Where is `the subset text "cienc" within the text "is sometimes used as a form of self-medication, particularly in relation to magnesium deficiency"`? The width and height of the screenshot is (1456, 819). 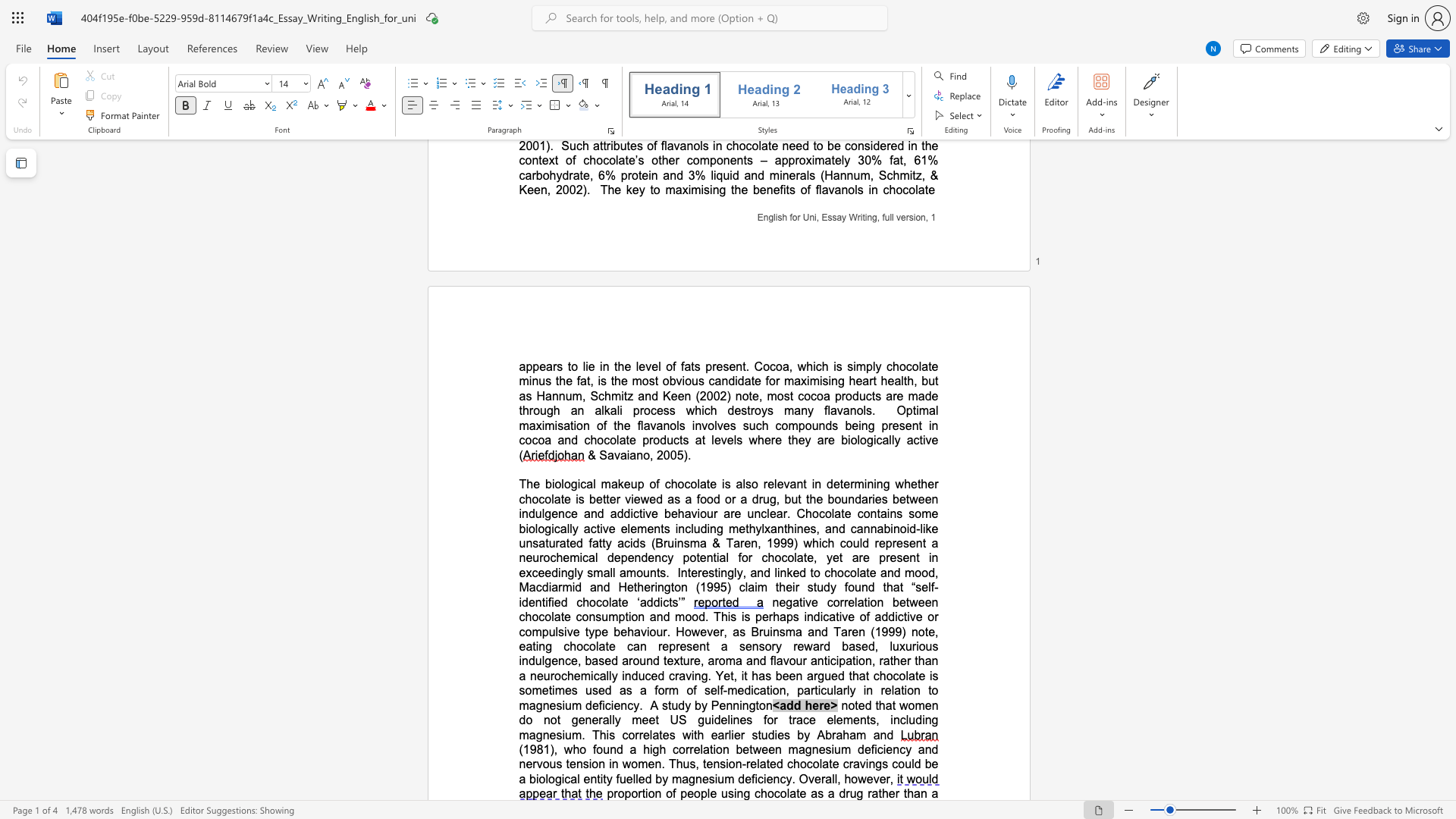 the subset text "cienc" within the text "is sometimes used as a form of self-medication, particularly in relation to magnesium deficiency" is located at coordinates (604, 705).